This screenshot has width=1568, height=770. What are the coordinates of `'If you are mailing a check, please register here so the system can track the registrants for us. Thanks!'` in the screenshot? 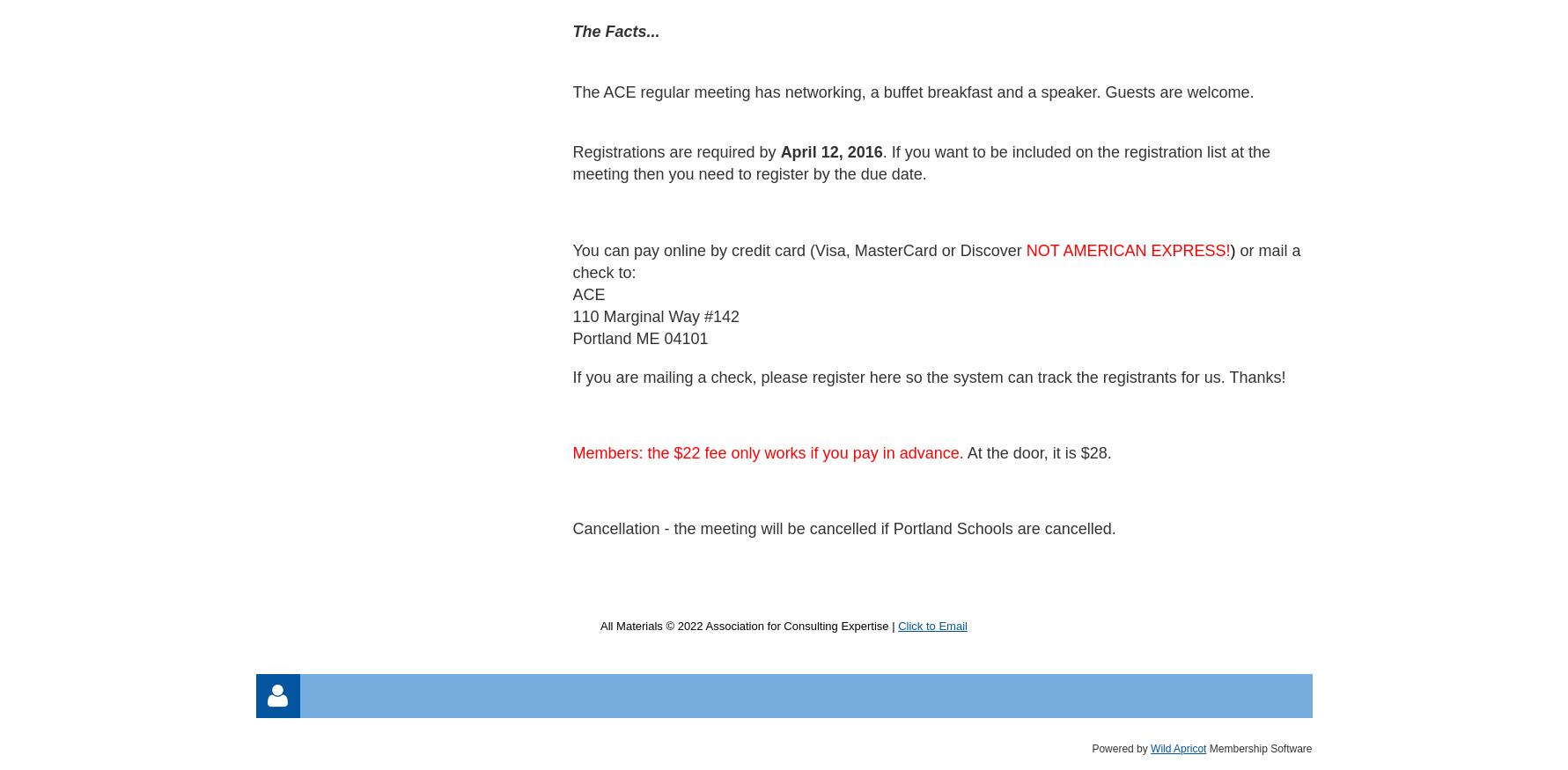 It's located at (928, 375).